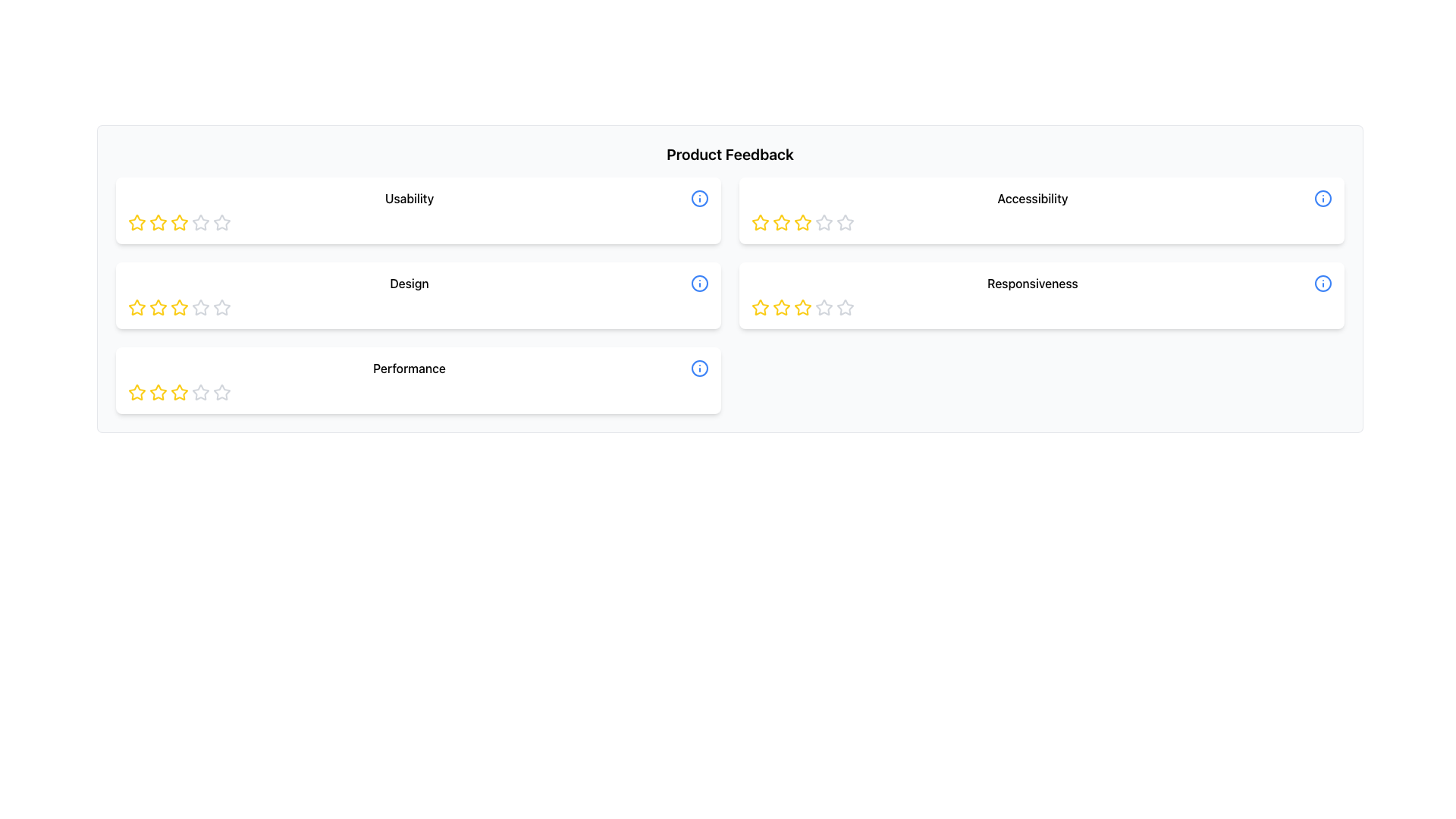 This screenshot has width=1456, height=819. I want to click on the first star in the 'Accessibility' rating system, so click(761, 222).